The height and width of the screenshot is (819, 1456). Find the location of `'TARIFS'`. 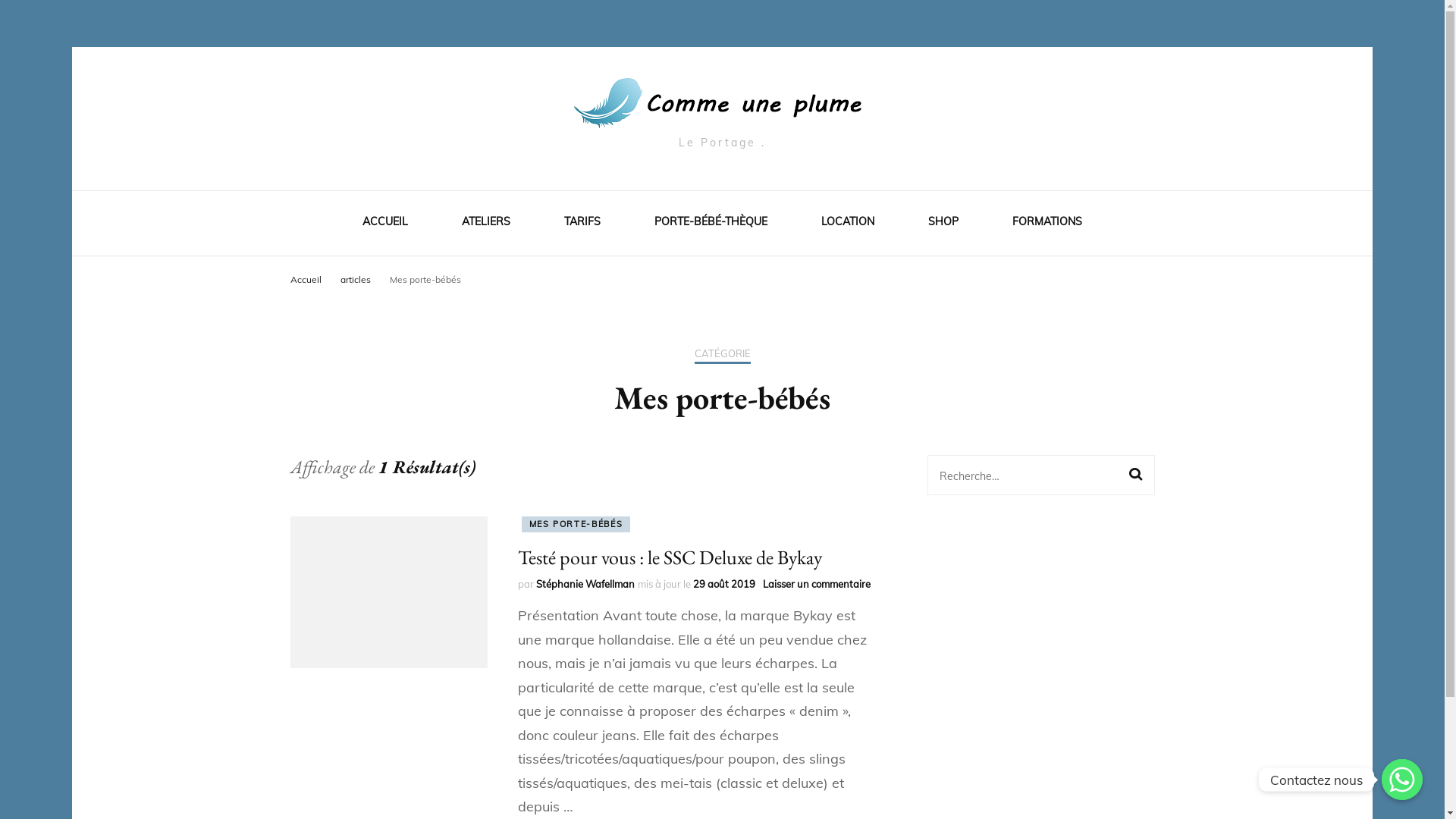

'TARIFS' is located at coordinates (582, 224).